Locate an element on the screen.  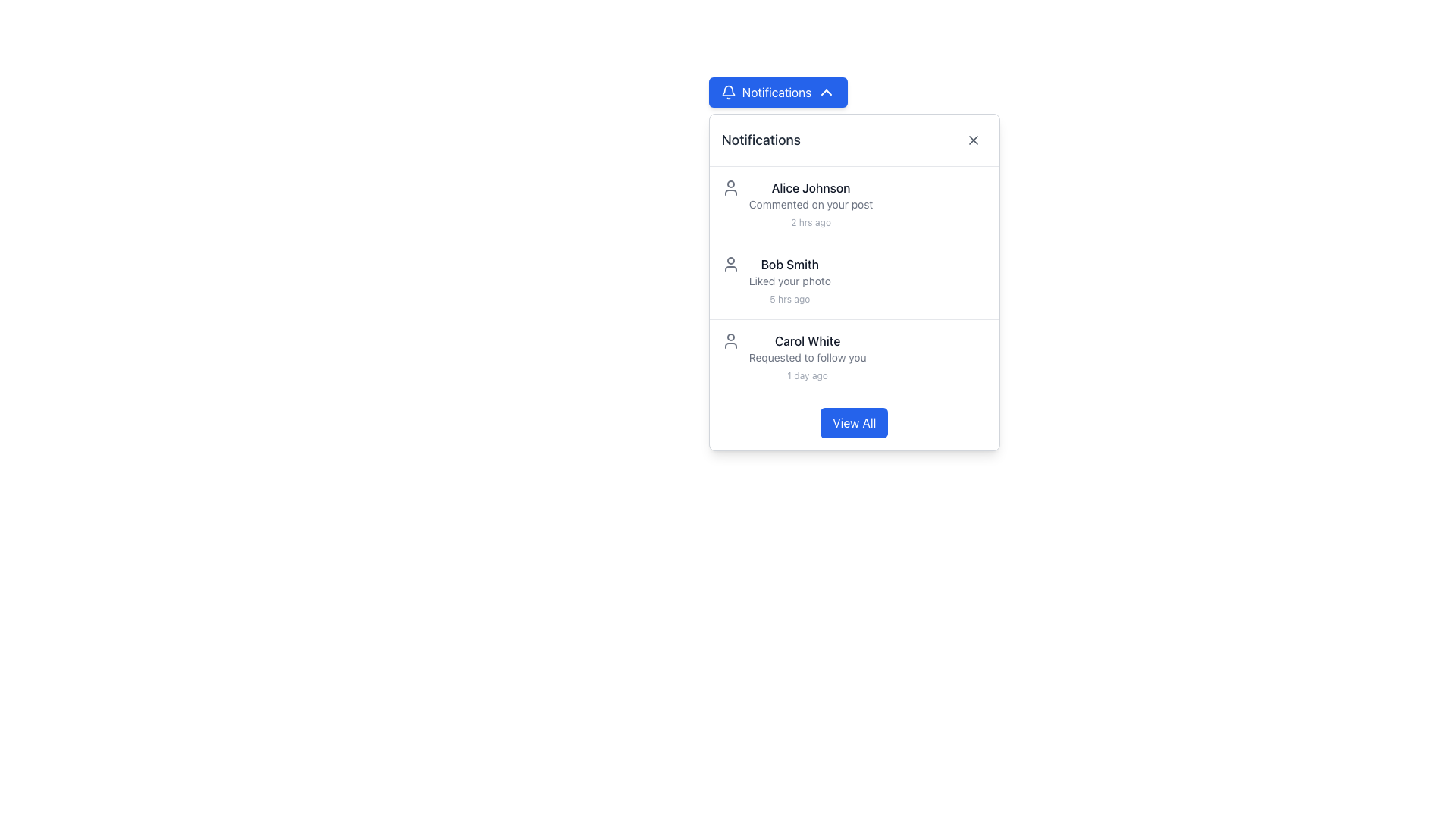
the small, cross-shaped grey SVG icon located inside the notification dropdown menu, near the top-right corner adjacent to the title 'Notifications' is located at coordinates (973, 140).